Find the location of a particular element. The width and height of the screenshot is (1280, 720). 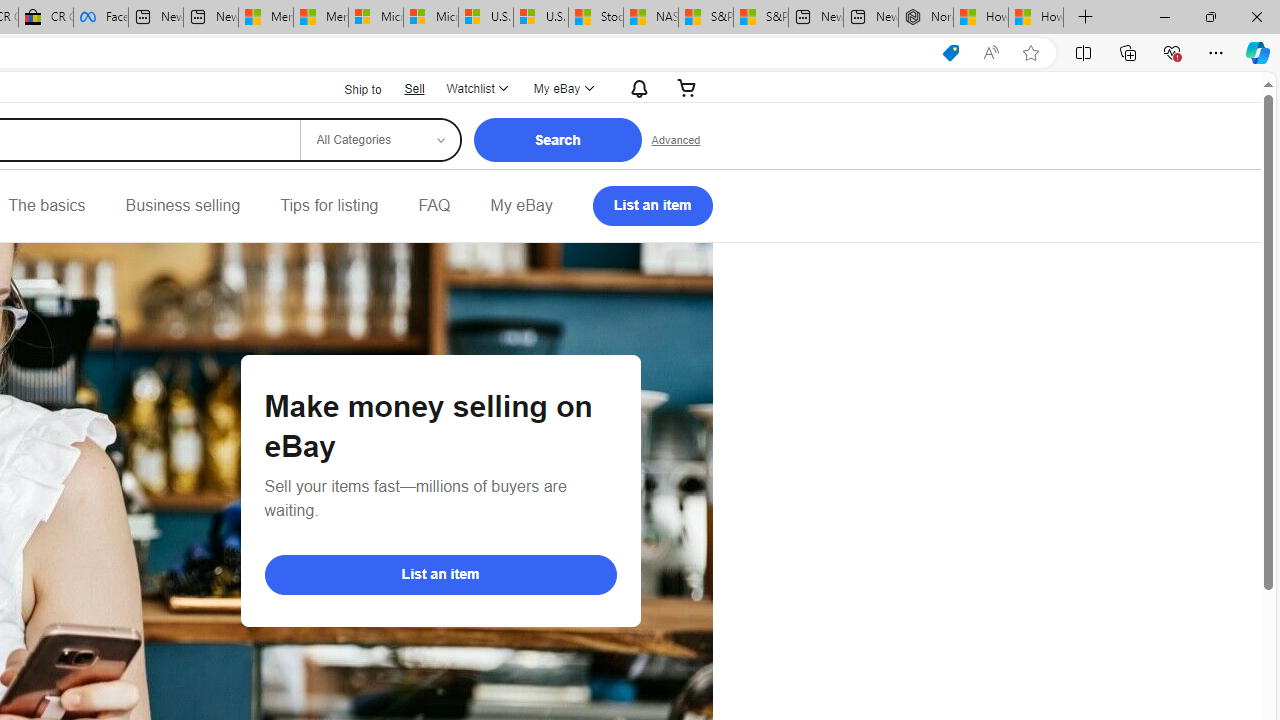

'Tips for listing' is located at coordinates (329, 205).